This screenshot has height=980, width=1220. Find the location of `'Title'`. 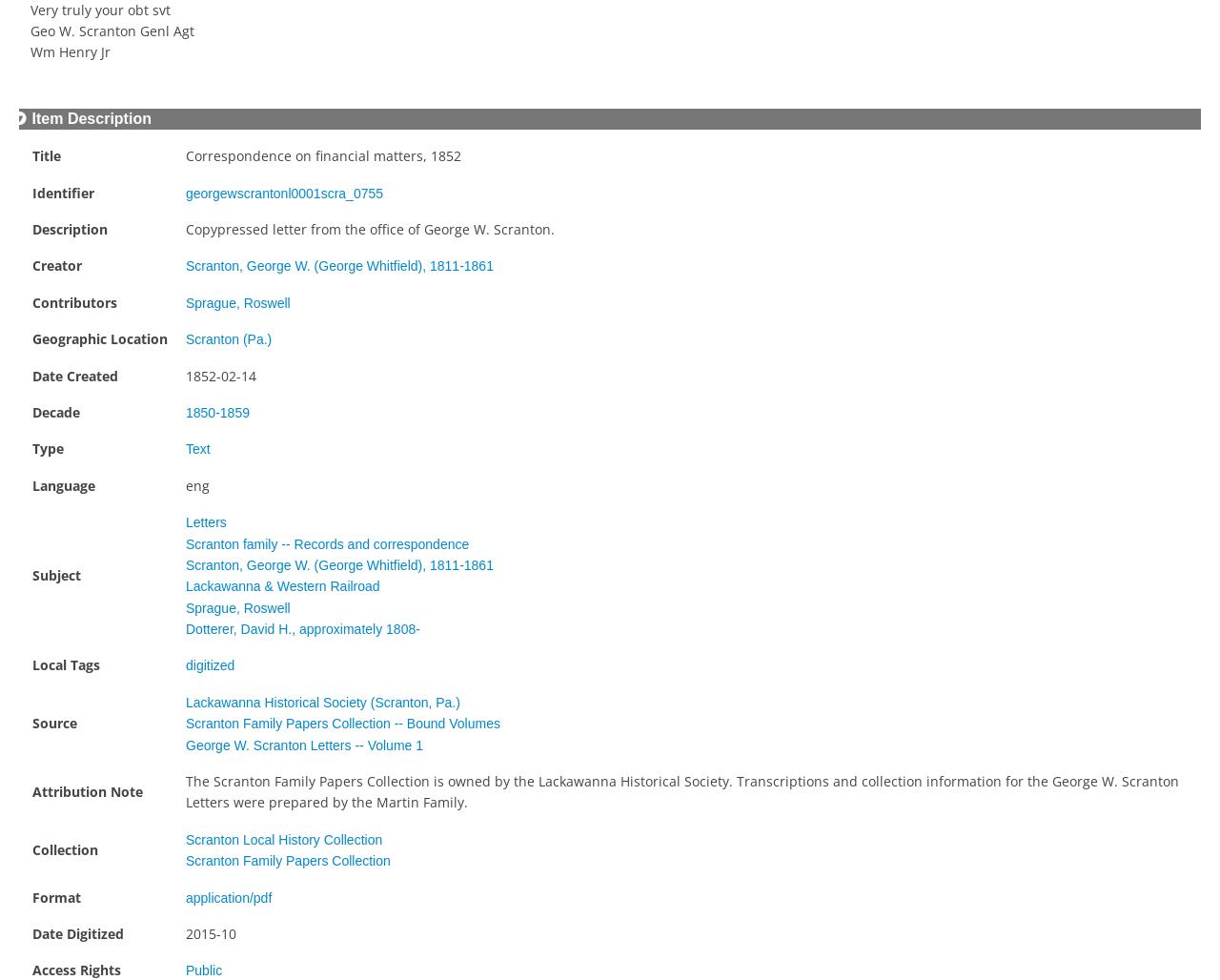

'Title' is located at coordinates (47, 155).